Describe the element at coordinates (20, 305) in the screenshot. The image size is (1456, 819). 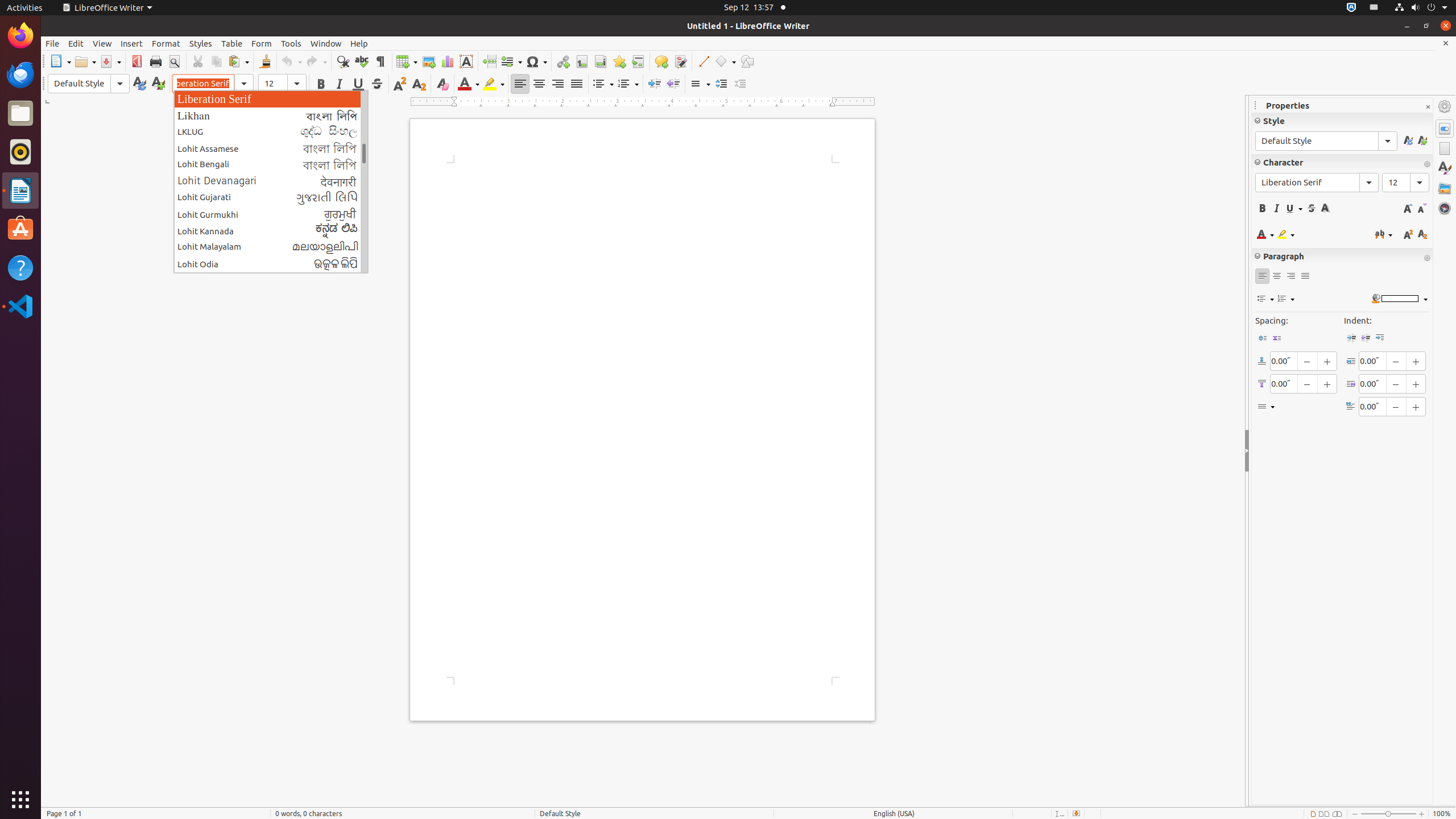
I see `'Visual Studio Code'` at that location.